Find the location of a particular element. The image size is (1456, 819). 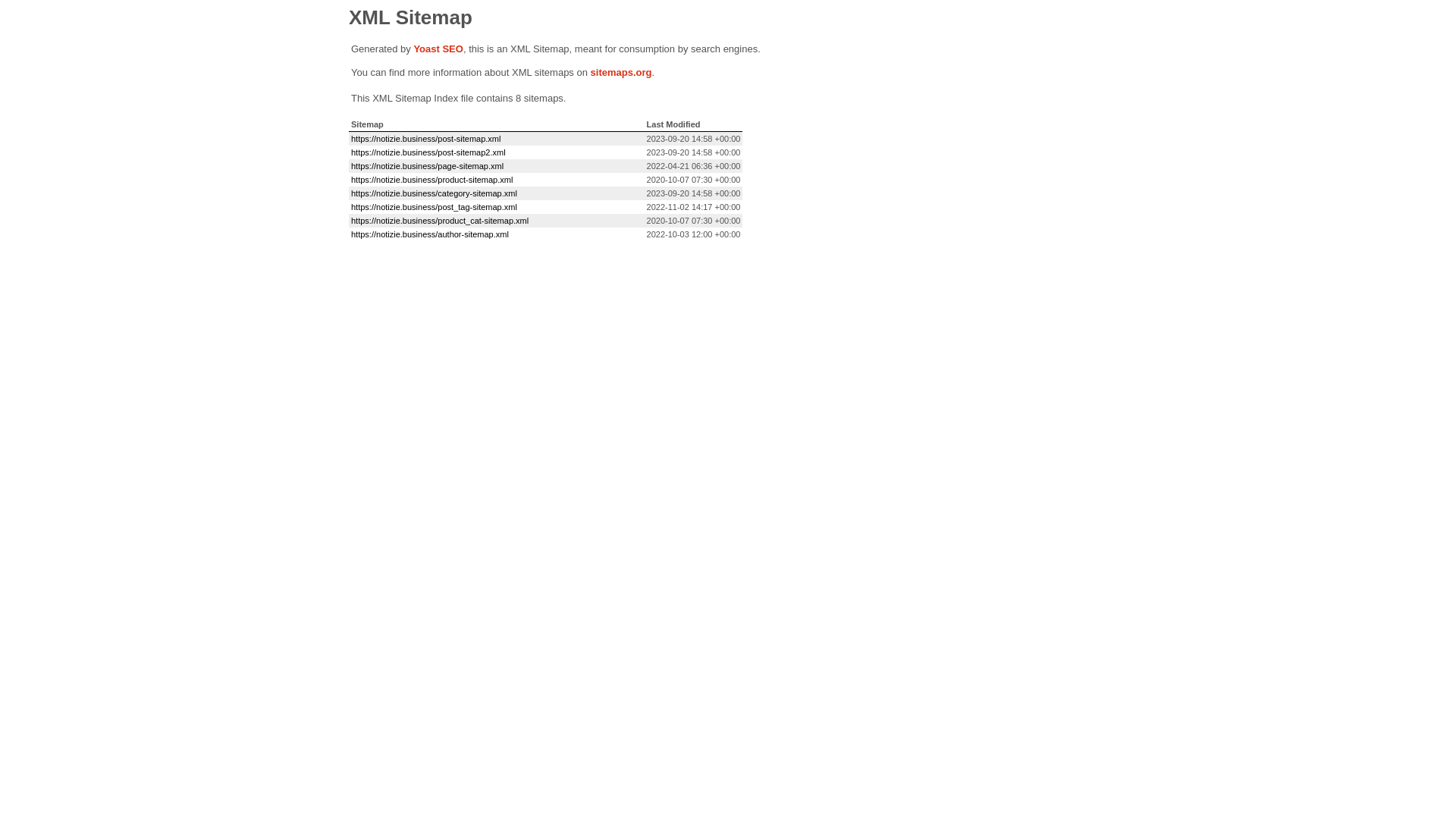

'https://notizie.business/product-sitemap.xml' is located at coordinates (431, 178).